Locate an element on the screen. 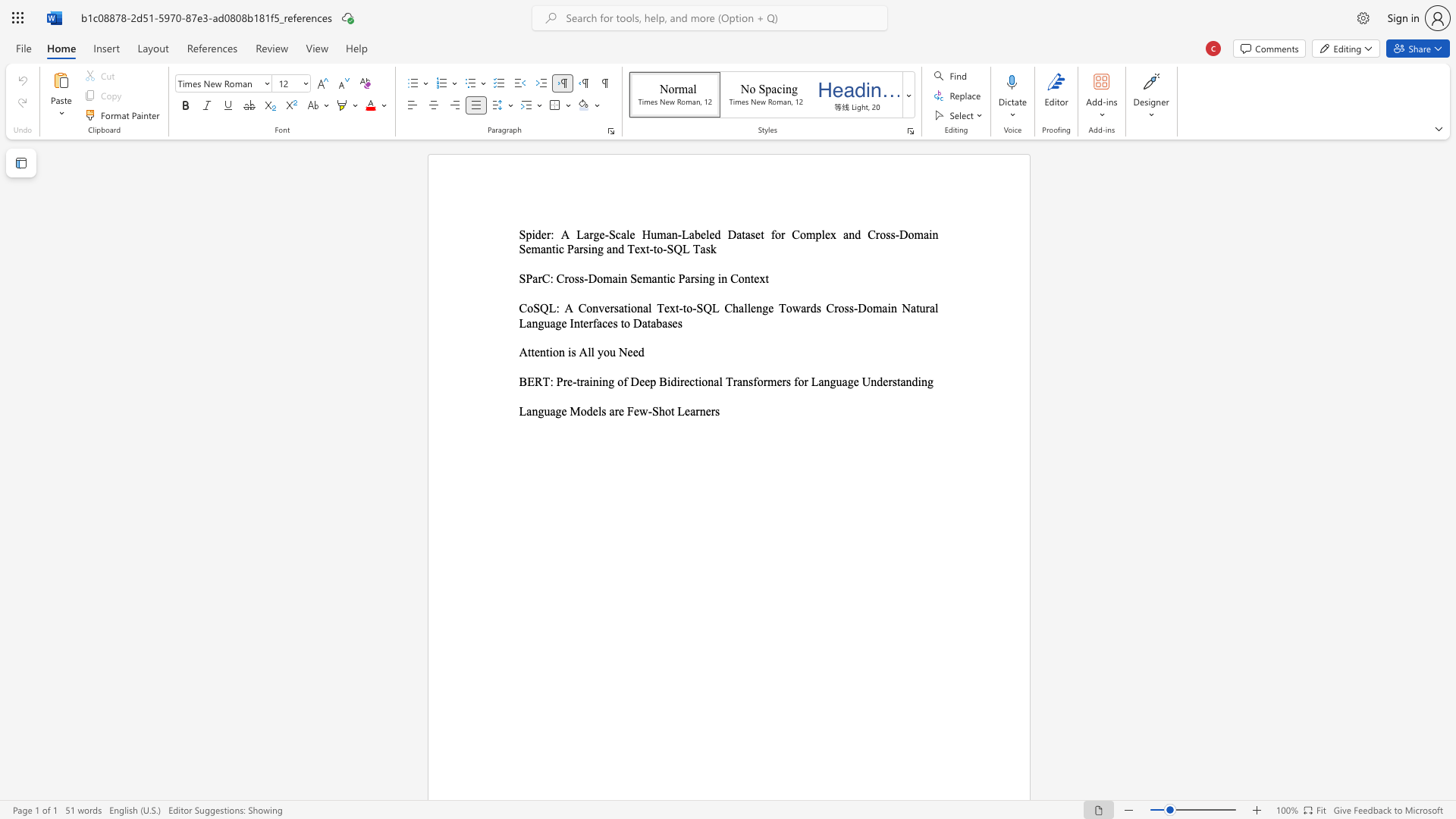 Image resolution: width=1456 pixels, height=819 pixels. the 1th character "w" in the text is located at coordinates (643, 411).